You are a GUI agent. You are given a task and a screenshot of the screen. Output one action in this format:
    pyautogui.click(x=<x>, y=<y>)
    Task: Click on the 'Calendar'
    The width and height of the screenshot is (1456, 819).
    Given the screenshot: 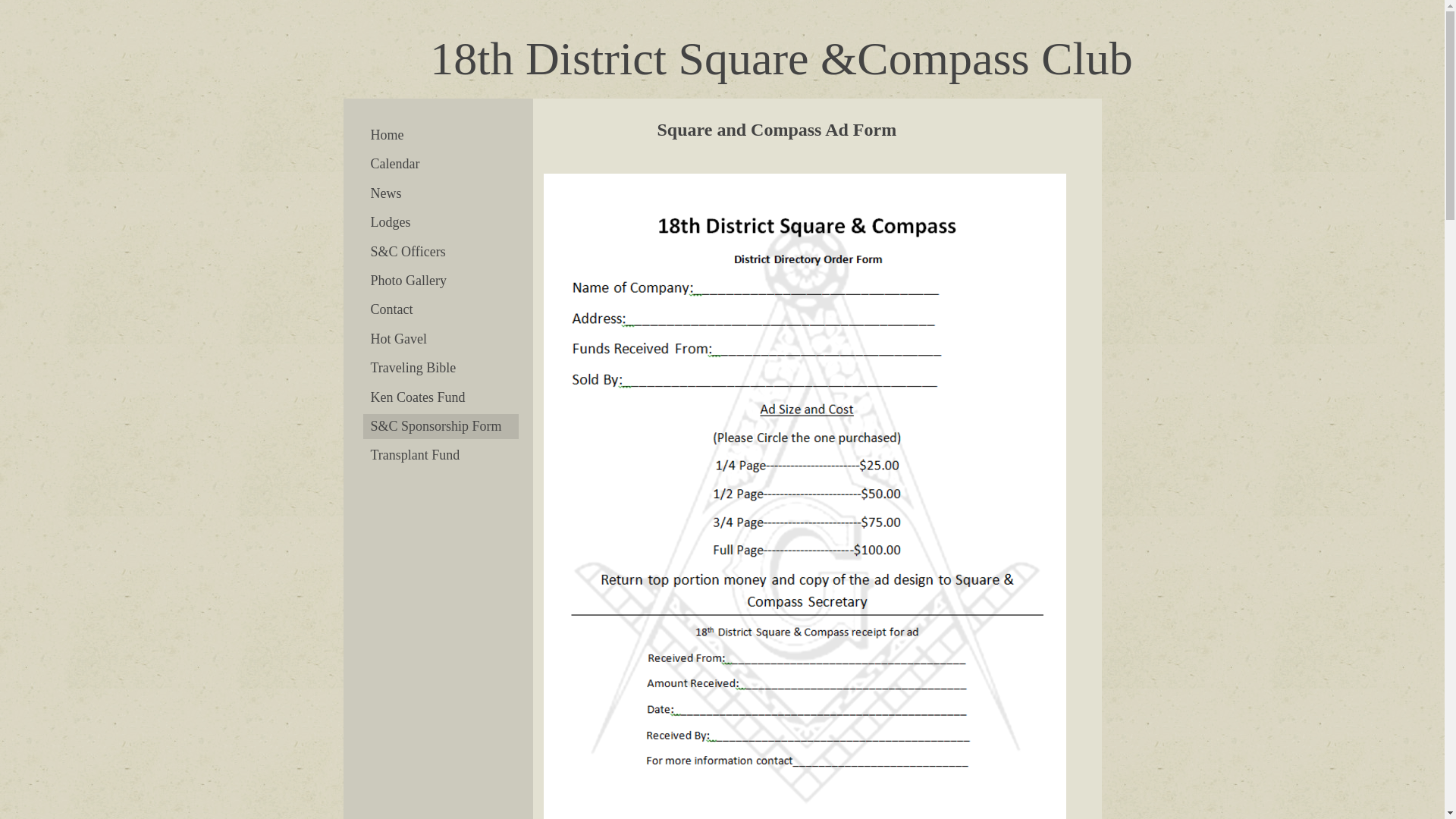 What is the action you would take?
    pyautogui.click(x=439, y=164)
    